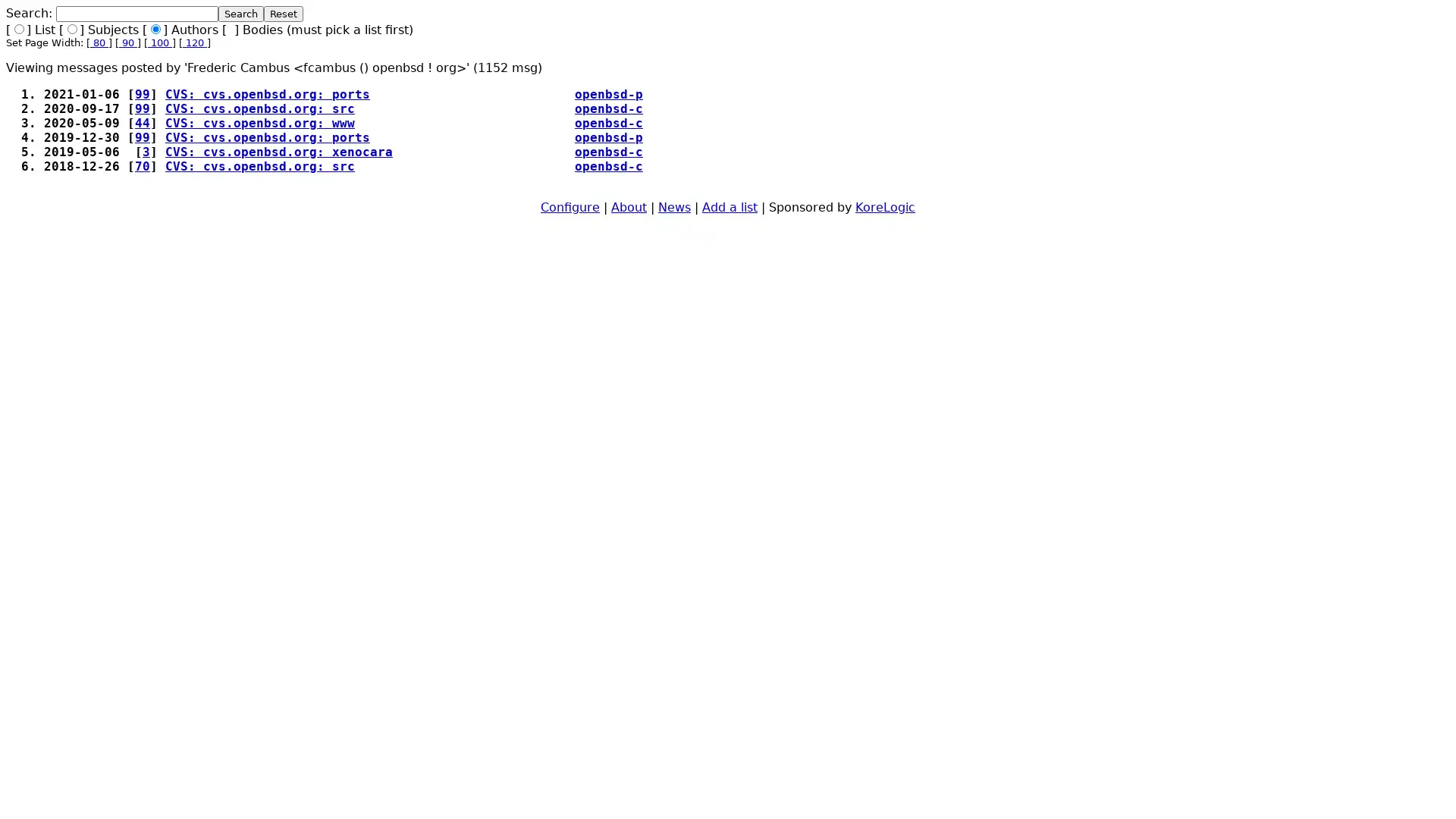 The image size is (1456, 819). What do you see at coordinates (284, 14) in the screenshot?
I see `Reset` at bounding box center [284, 14].